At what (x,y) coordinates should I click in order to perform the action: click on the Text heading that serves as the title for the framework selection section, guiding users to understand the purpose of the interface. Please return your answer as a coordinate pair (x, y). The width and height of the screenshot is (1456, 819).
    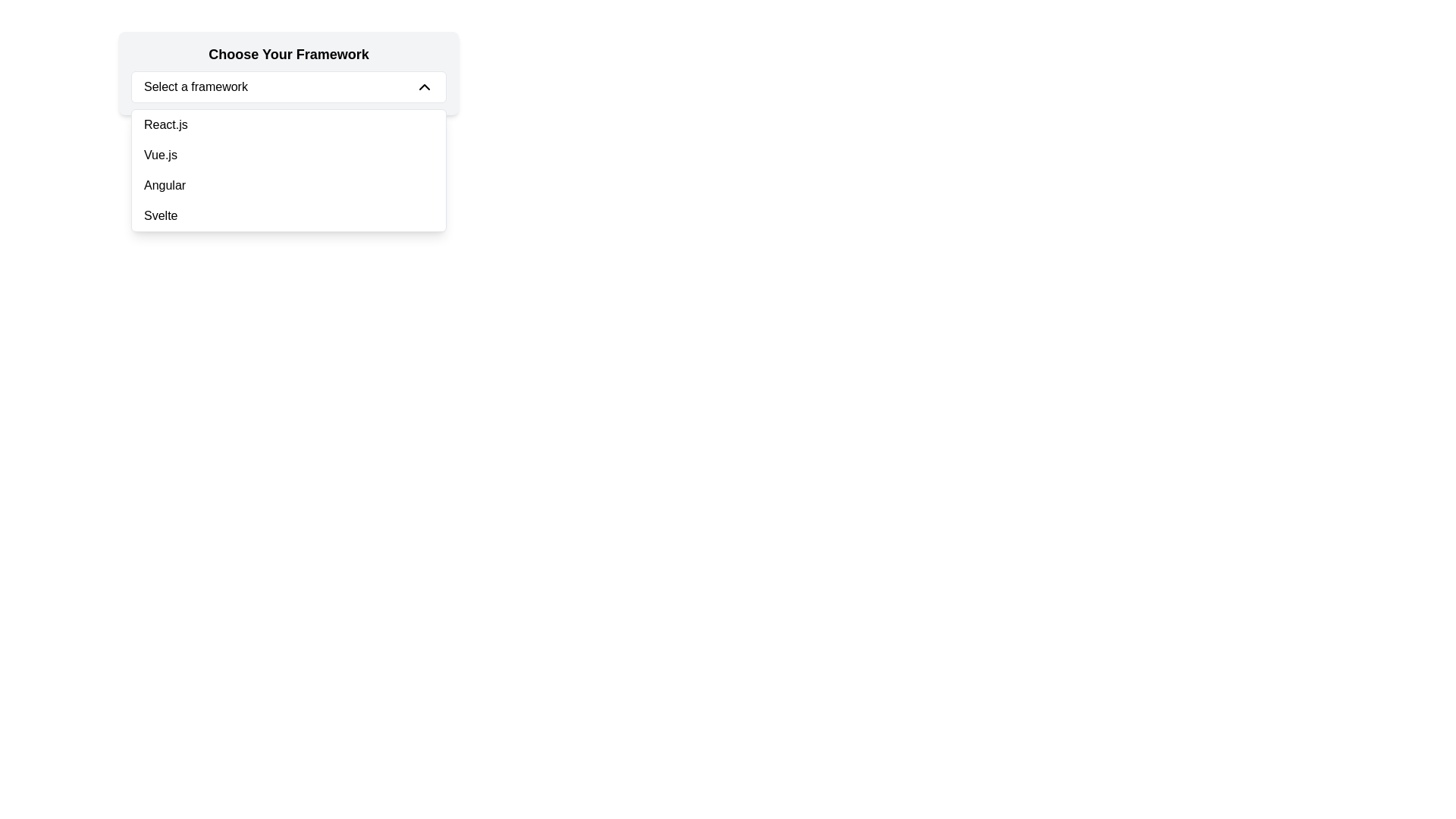
    Looking at the image, I should click on (288, 54).